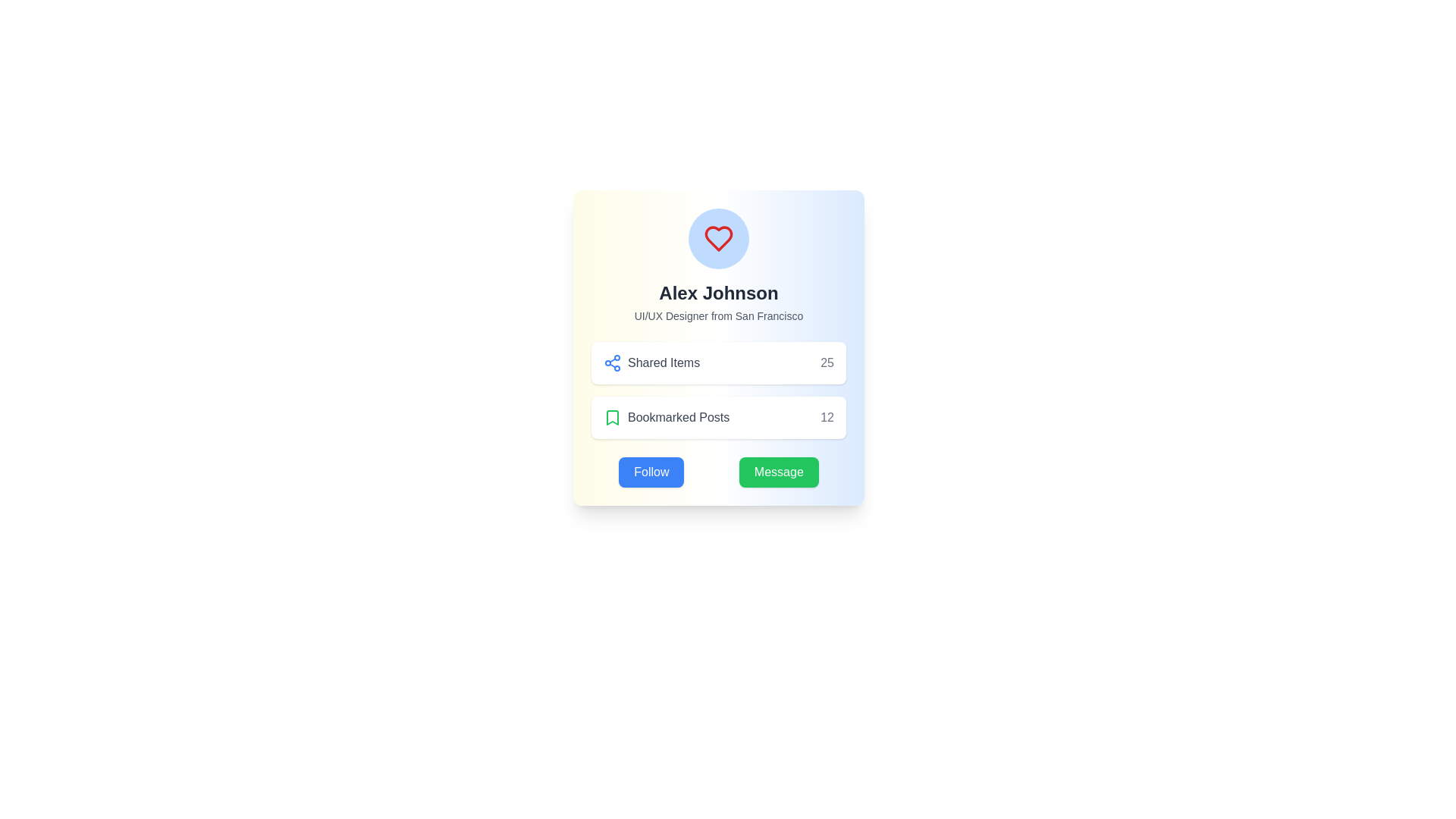 This screenshot has width=1456, height=819. I want to click on the static text display showing the number '25' in gray color, located in the 'Shared Items' section on the far right of the upper card interface, so click(827, 362).